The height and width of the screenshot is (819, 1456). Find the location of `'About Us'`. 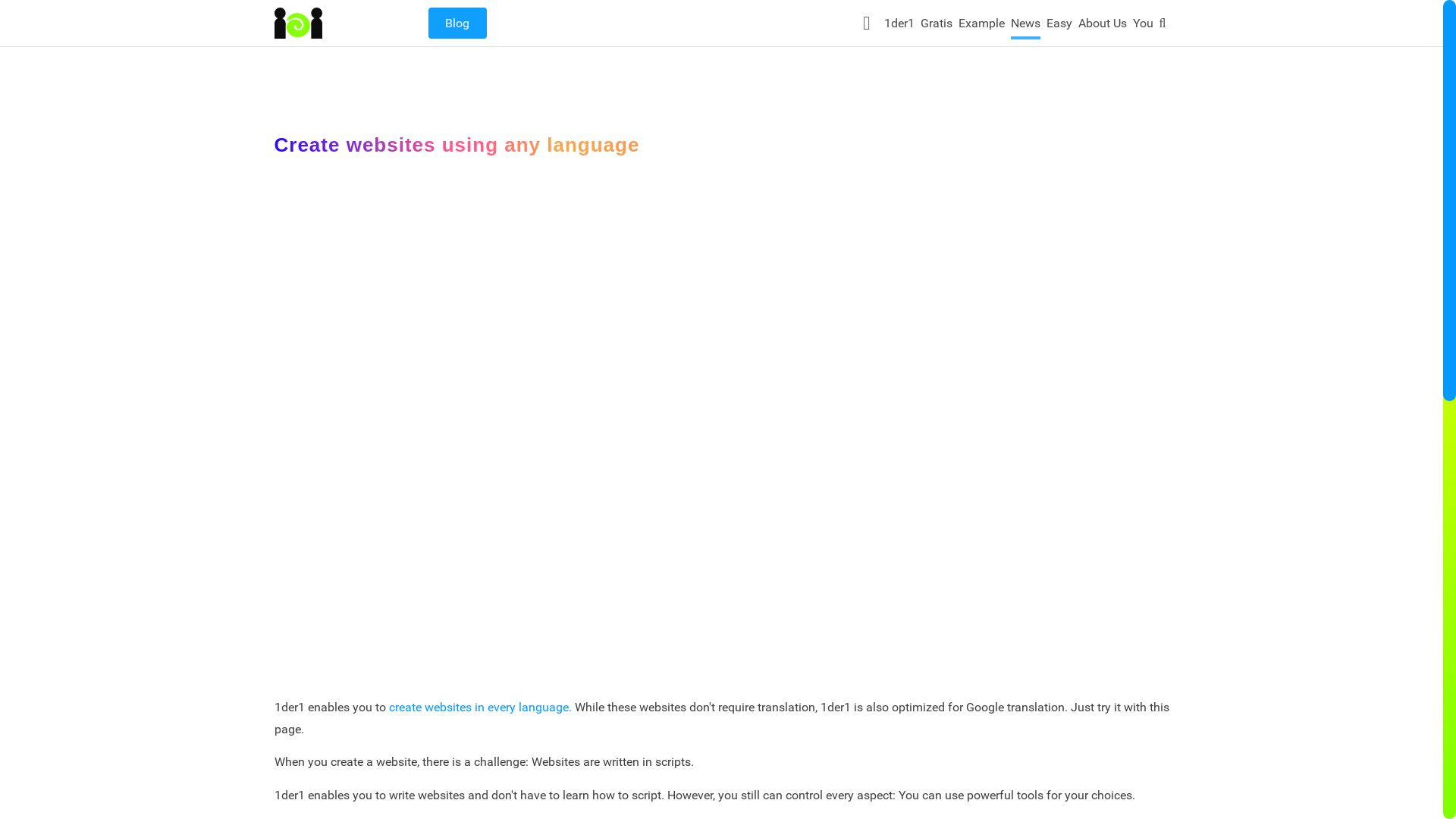

'About Us' is located at coordinates (1103, 26).